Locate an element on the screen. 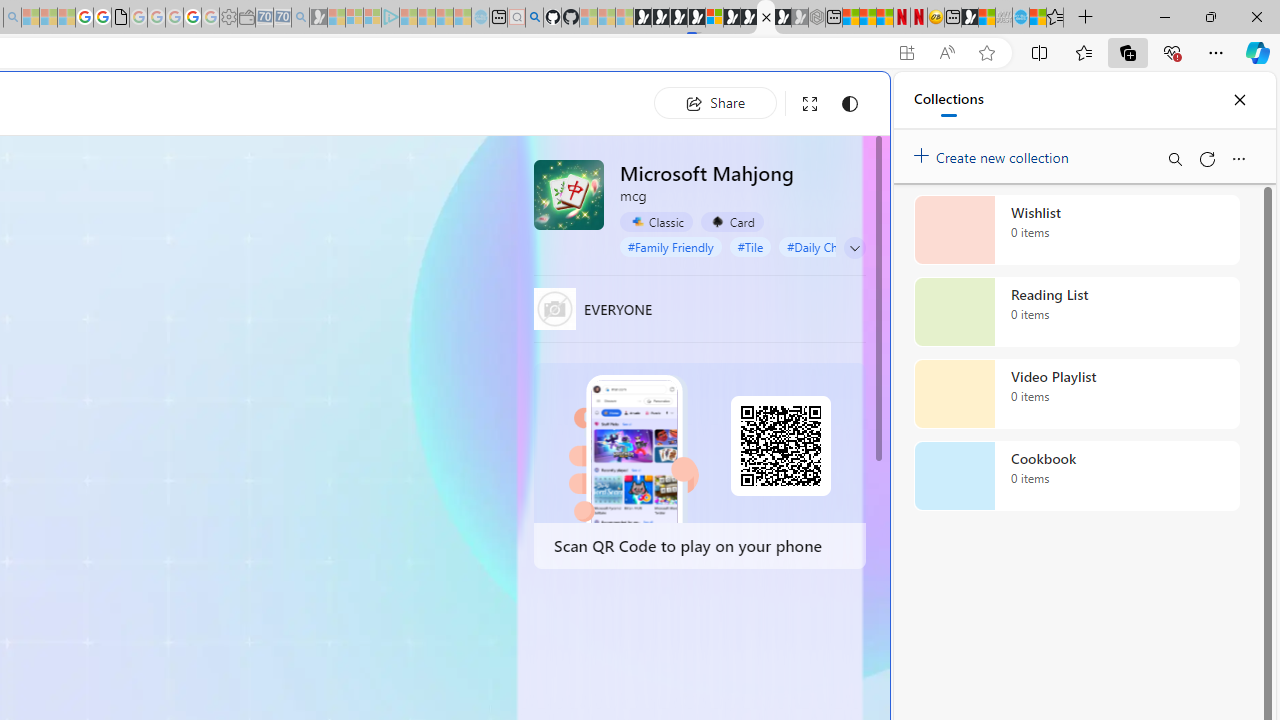 The image size is (1280, 720). 'Video Playlist collection, 0 items' is located at coordinates (1076, 394).